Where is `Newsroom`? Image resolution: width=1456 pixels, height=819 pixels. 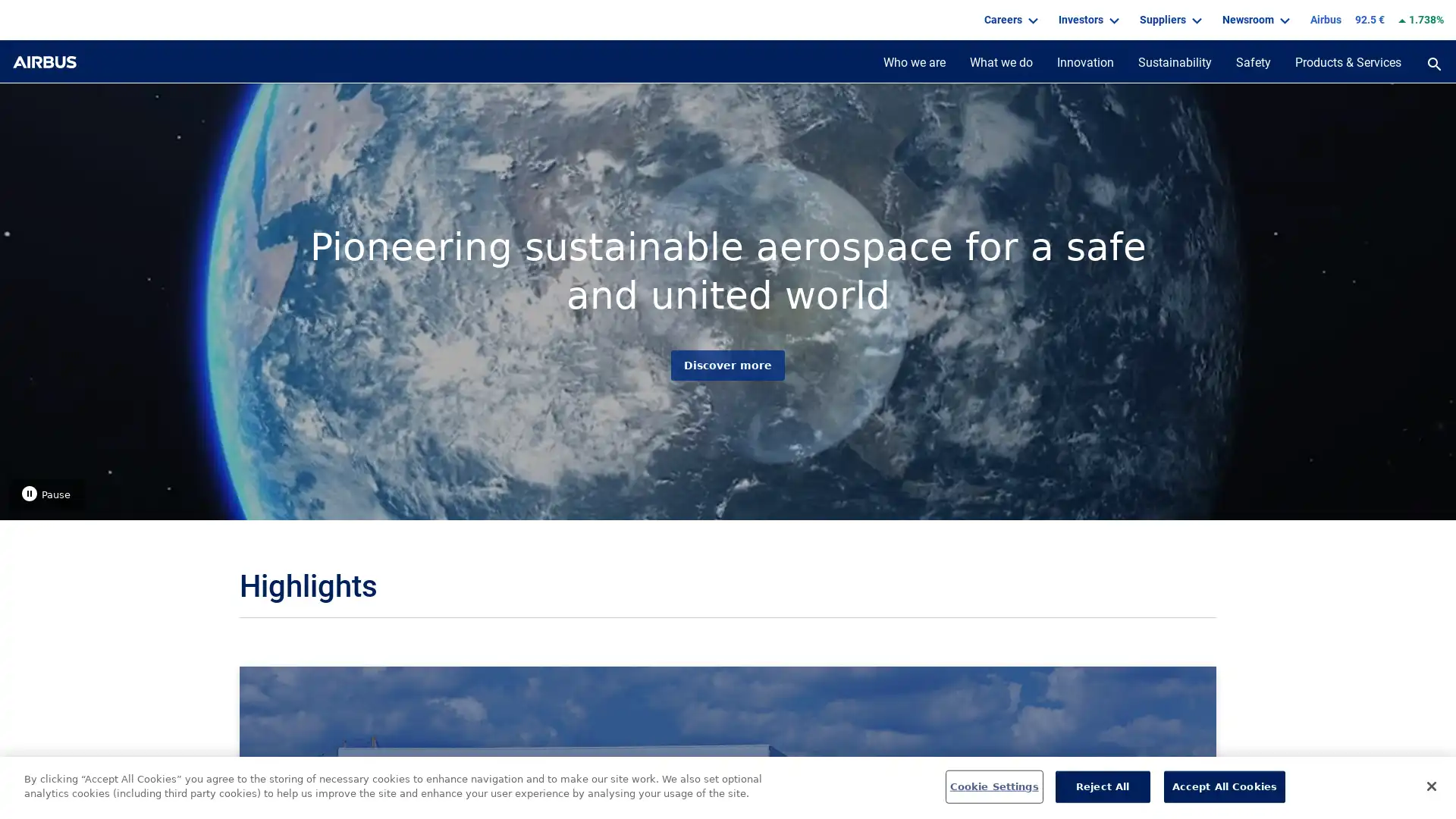 Newsroom is located at coordinates (1254, 20).